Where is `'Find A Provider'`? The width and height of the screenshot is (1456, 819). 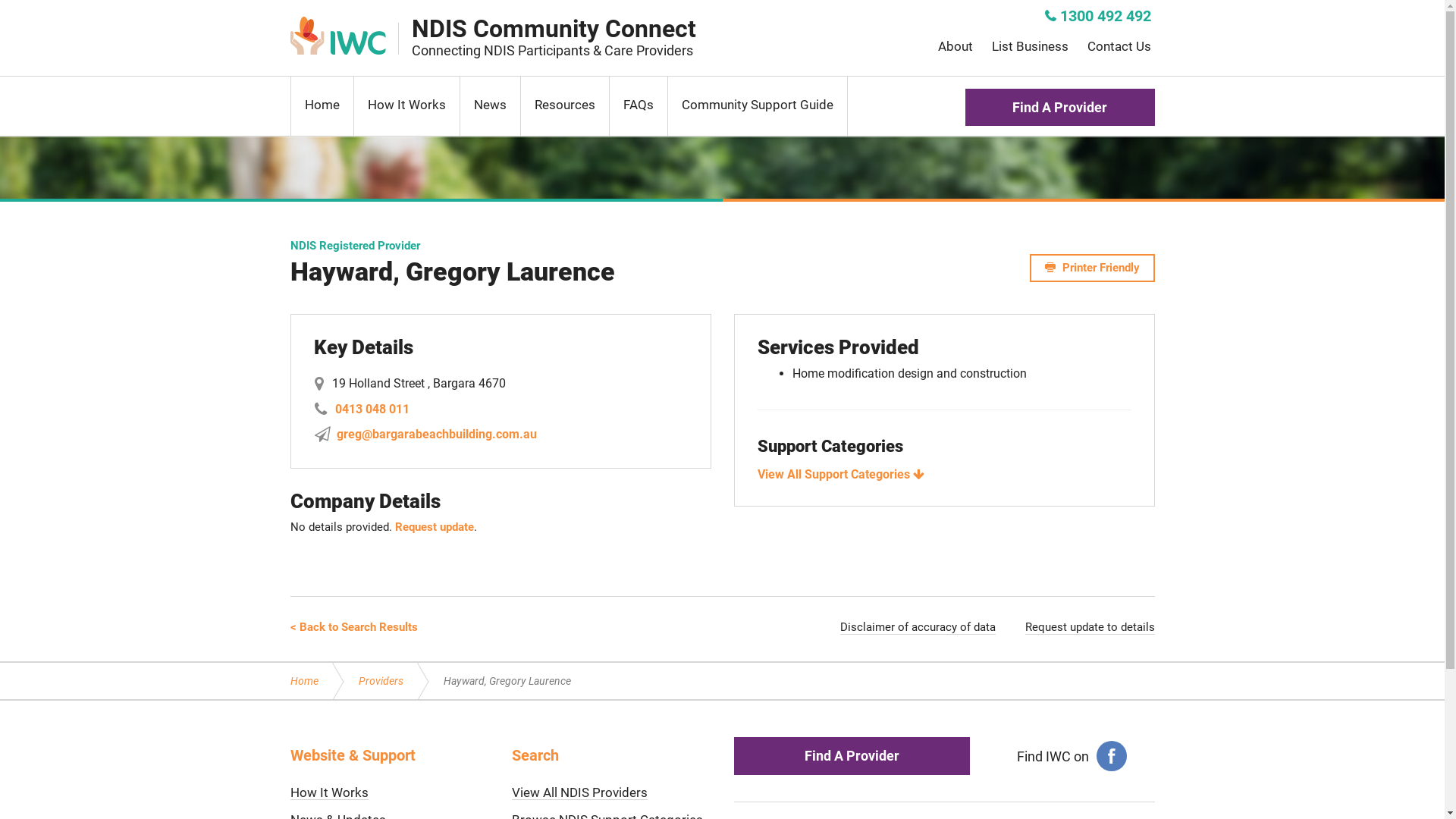 'Find A Provider' is located at coordinates (1058, 106).